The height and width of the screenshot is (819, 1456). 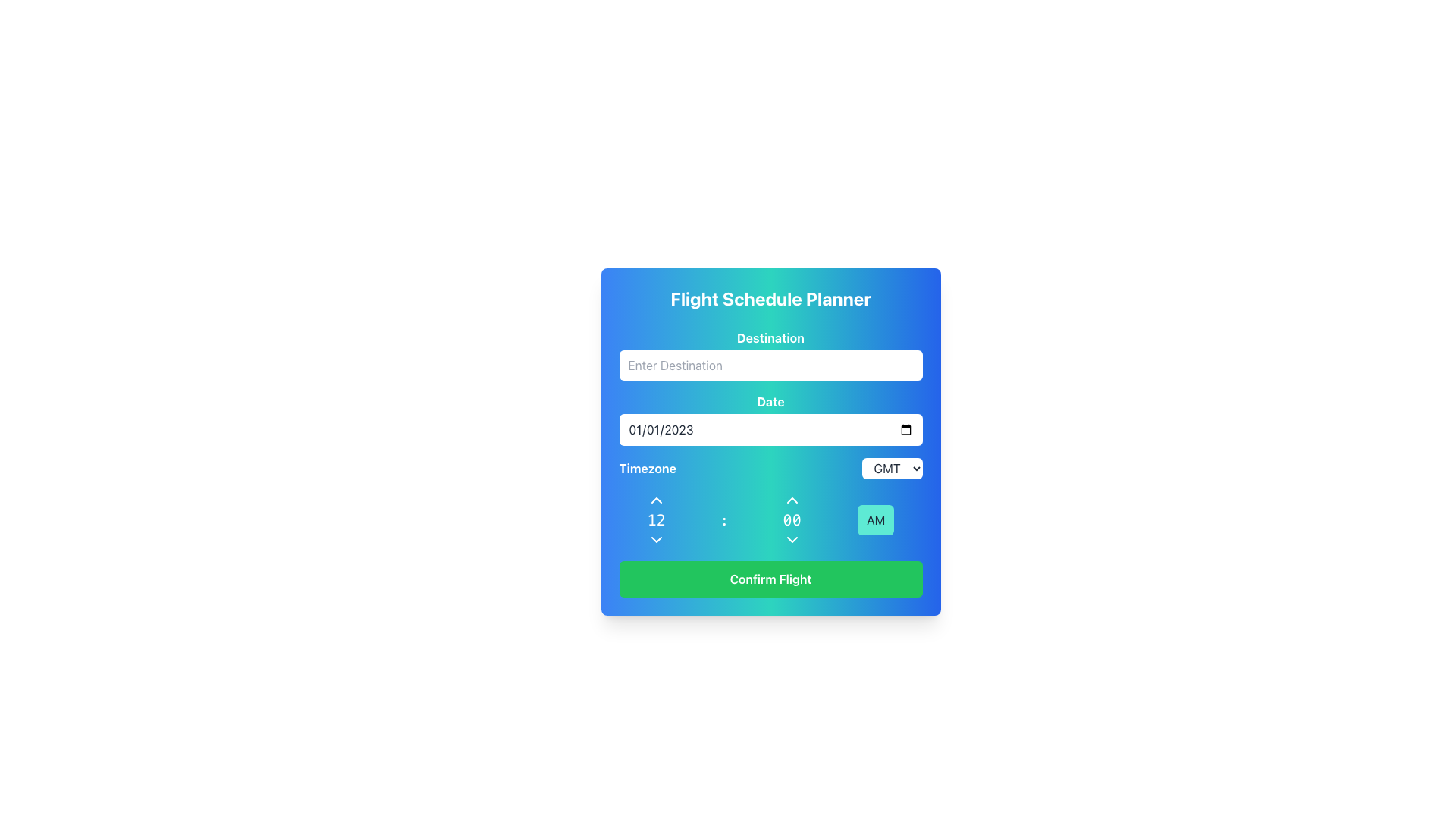 I want to click on the bold colon (':') symbol that separates the hours and minutes in the time selection section of the interface, so click(x=723, y=519).